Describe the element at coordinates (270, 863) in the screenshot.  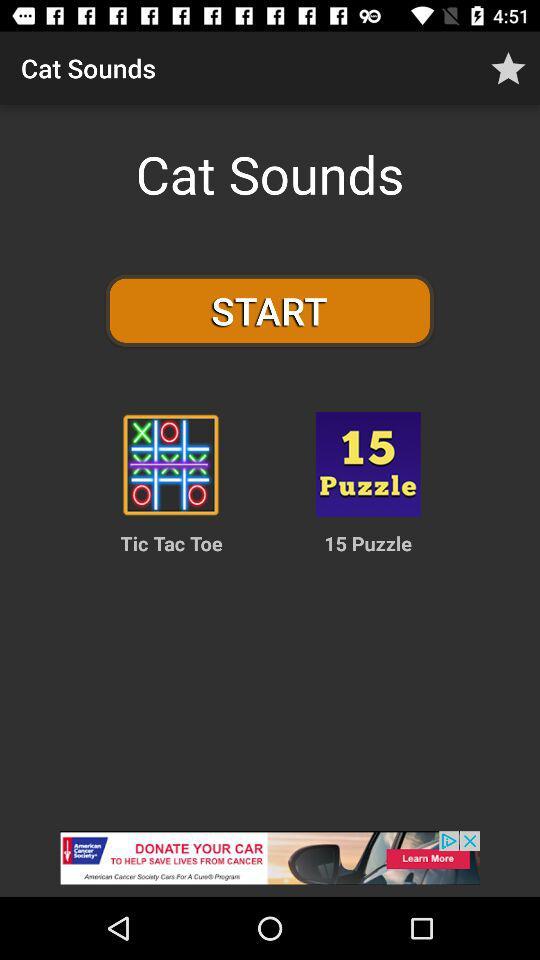
I see `advertisement banner` at that location.